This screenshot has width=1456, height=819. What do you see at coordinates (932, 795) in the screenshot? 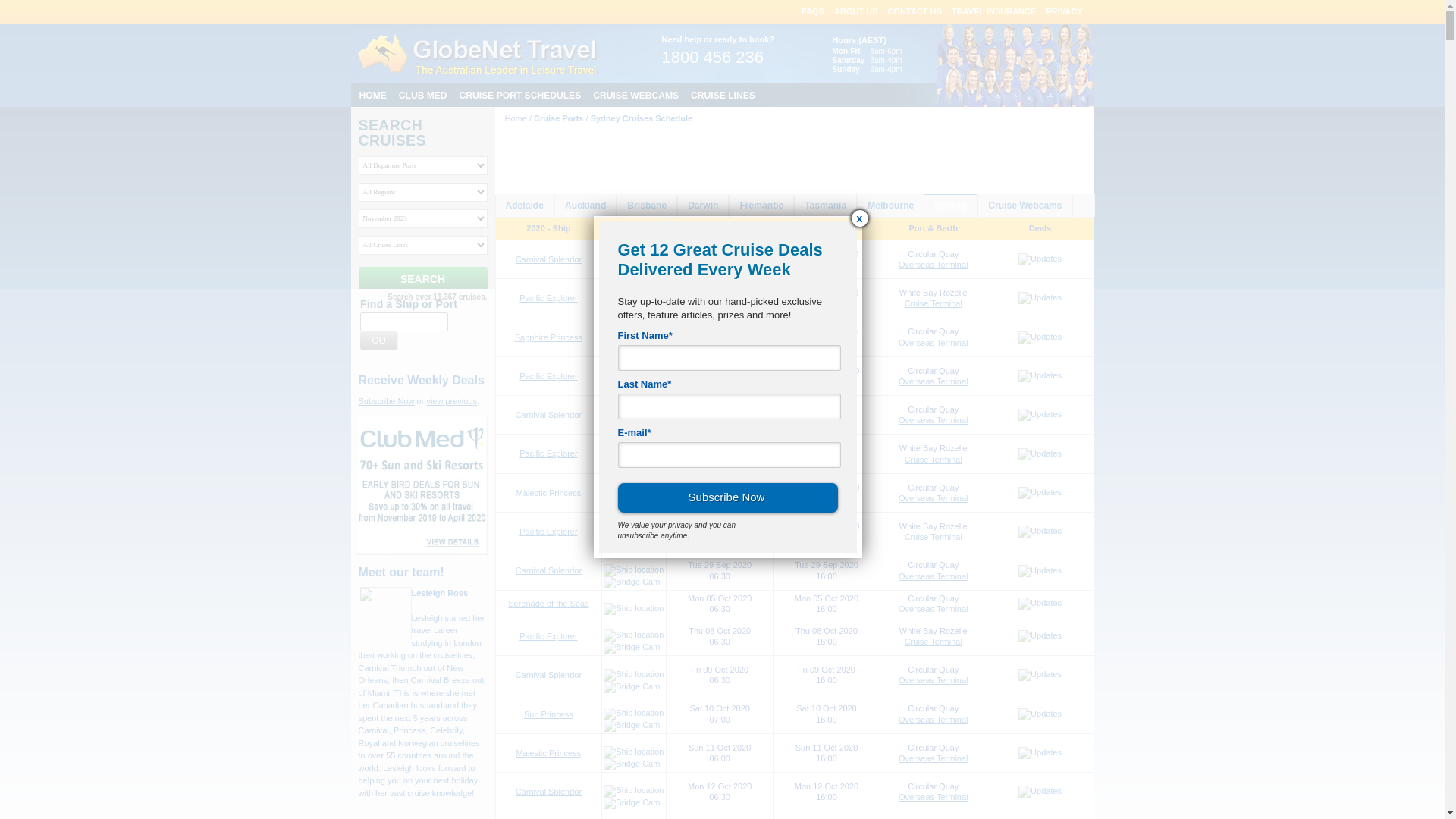
I see `'Overseas Terminal'` at bounding box center [932, 795].